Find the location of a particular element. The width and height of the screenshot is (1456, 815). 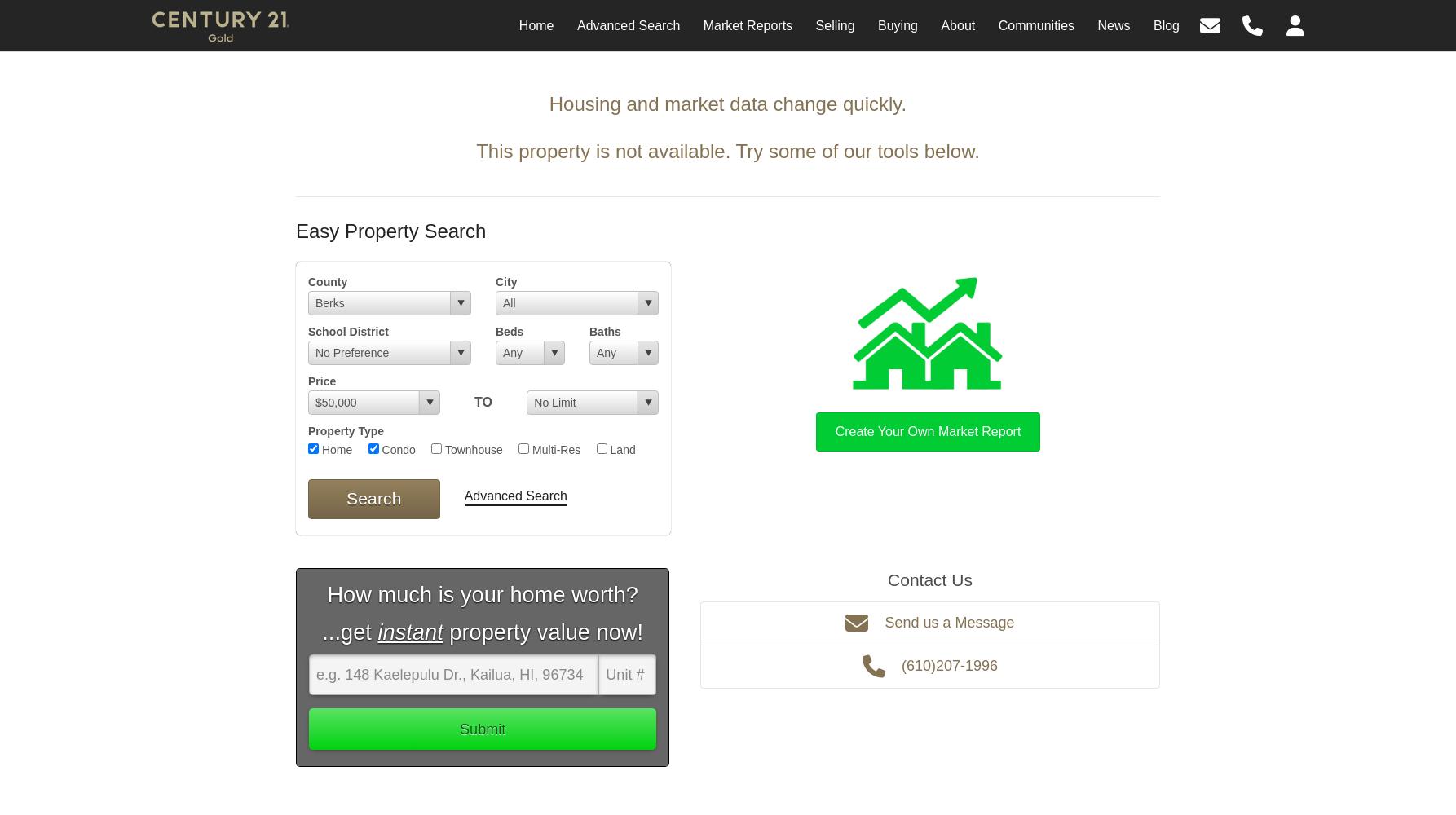

'Selling' is located at coordinates (834, 25).